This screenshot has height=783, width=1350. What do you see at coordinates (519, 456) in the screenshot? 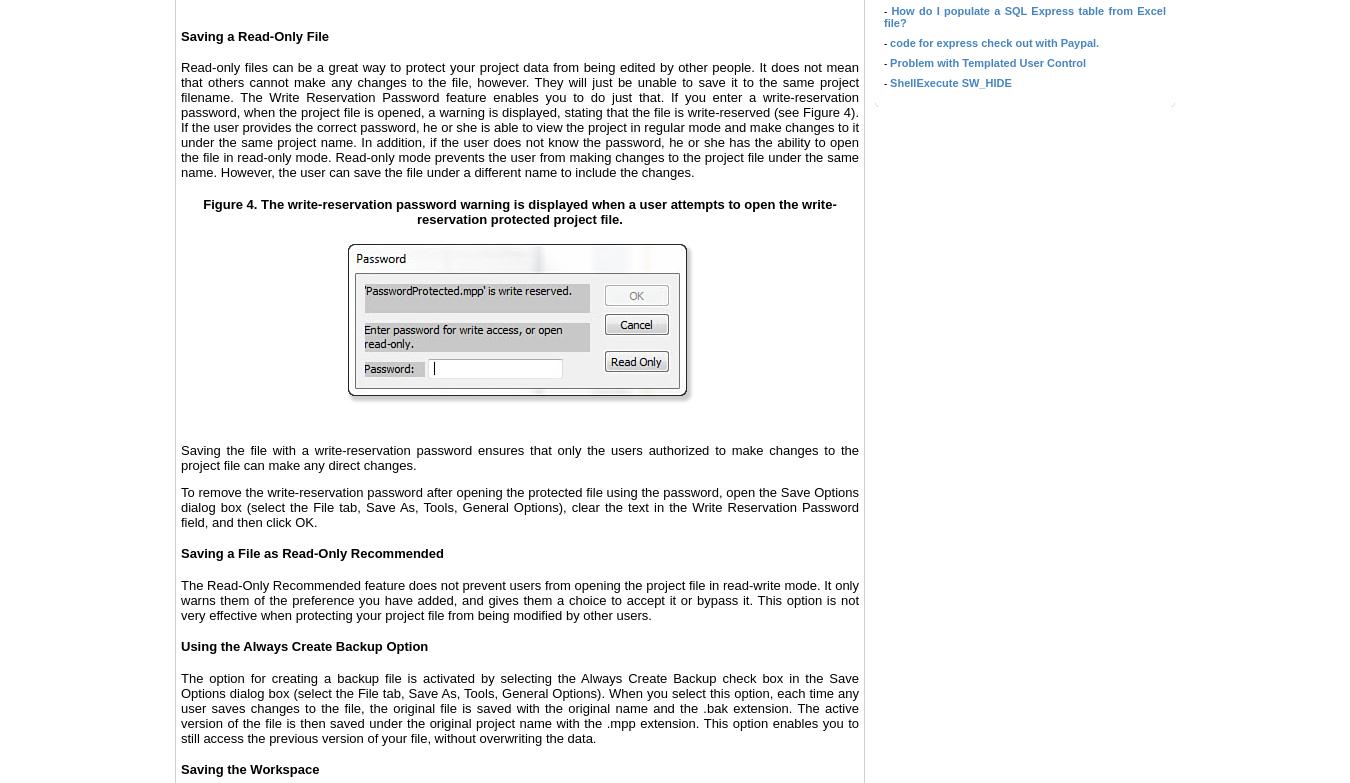
I see `'Saving the file with a
write-reservation password ensures that only the users authorized to
make changes to the project file can make any direct changes.'` at bounding box center [519, 456].